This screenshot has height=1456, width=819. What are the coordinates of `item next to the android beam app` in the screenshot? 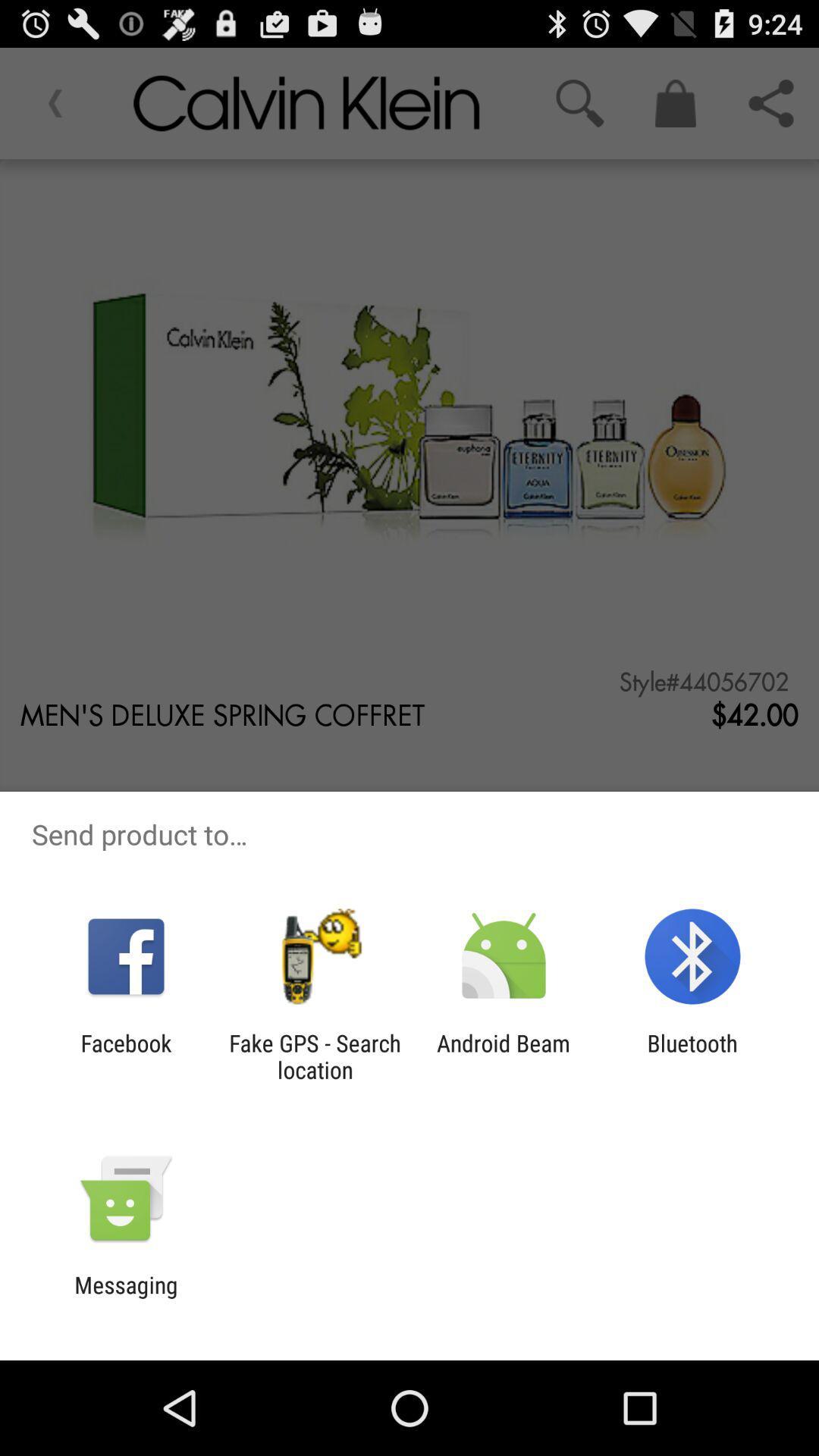 It's located at (314, 1056).